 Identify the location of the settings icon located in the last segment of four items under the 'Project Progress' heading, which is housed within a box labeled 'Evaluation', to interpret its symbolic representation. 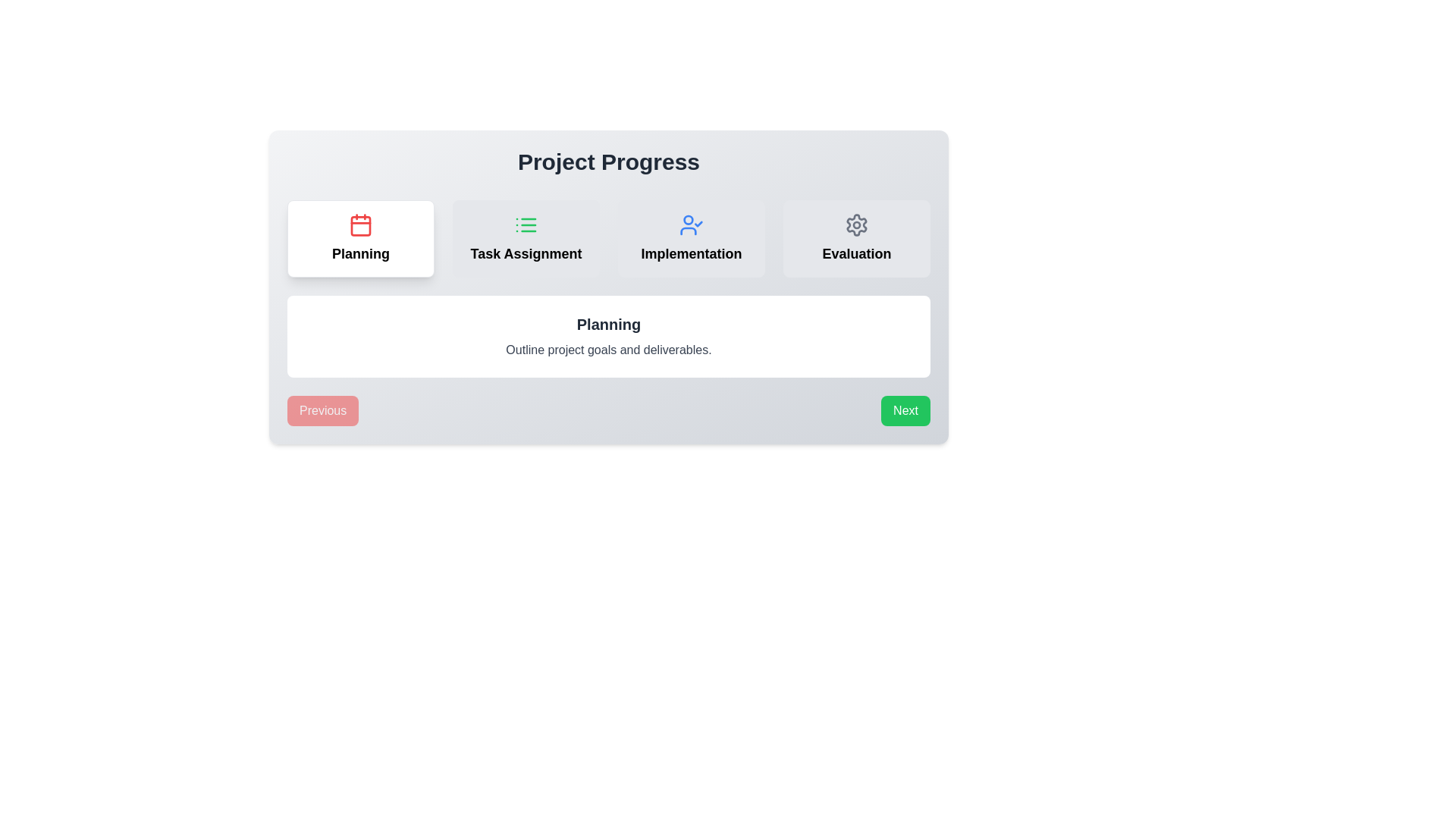
(856, 225).